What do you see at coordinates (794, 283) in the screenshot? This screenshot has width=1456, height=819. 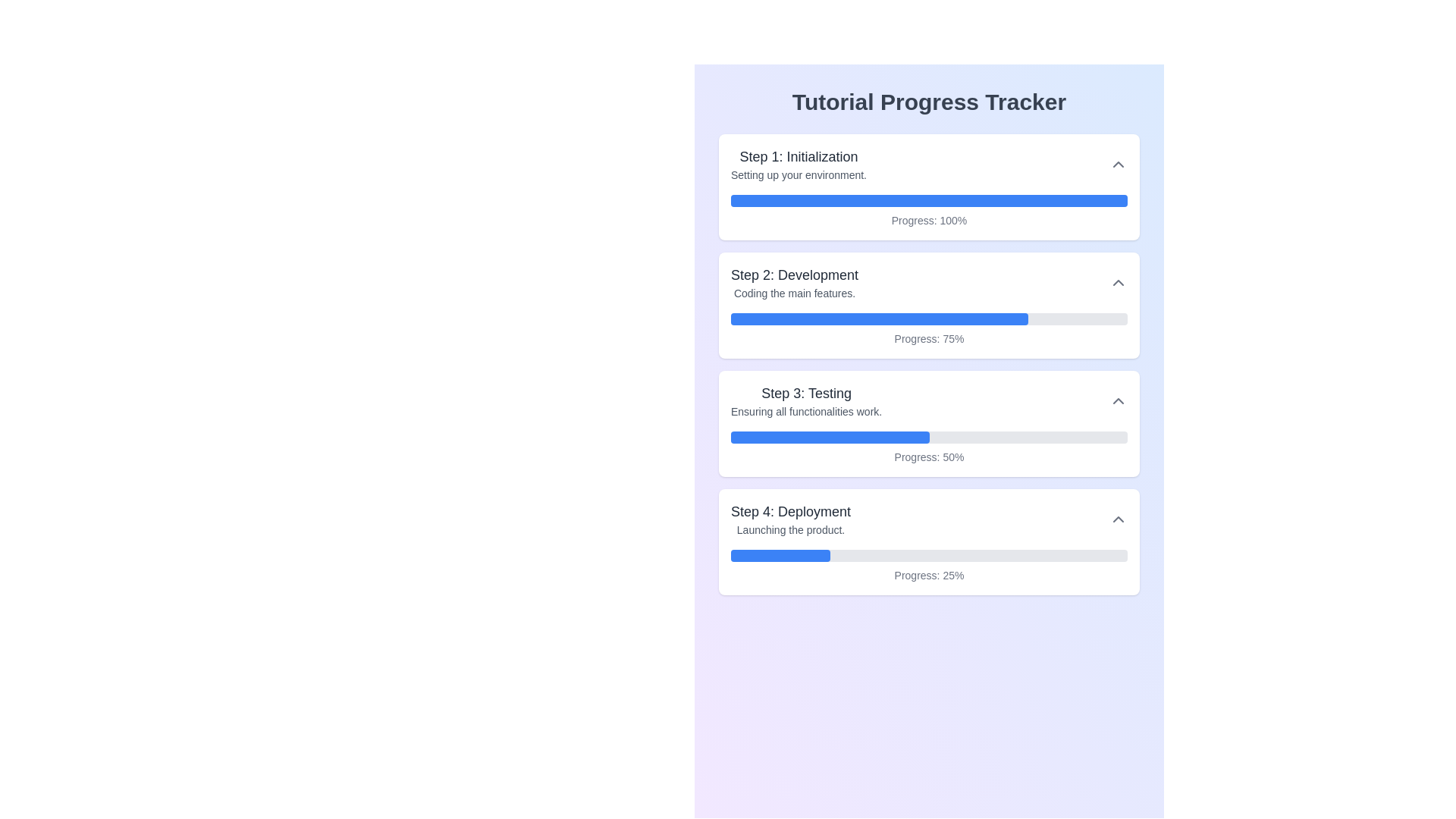 I see `text content of the Text display element that provides a title and description for Step 2 in the workflow, located below 'Step 1: Initialization' and above 'Step 3: Testing'` at bounding box center [794, 283].